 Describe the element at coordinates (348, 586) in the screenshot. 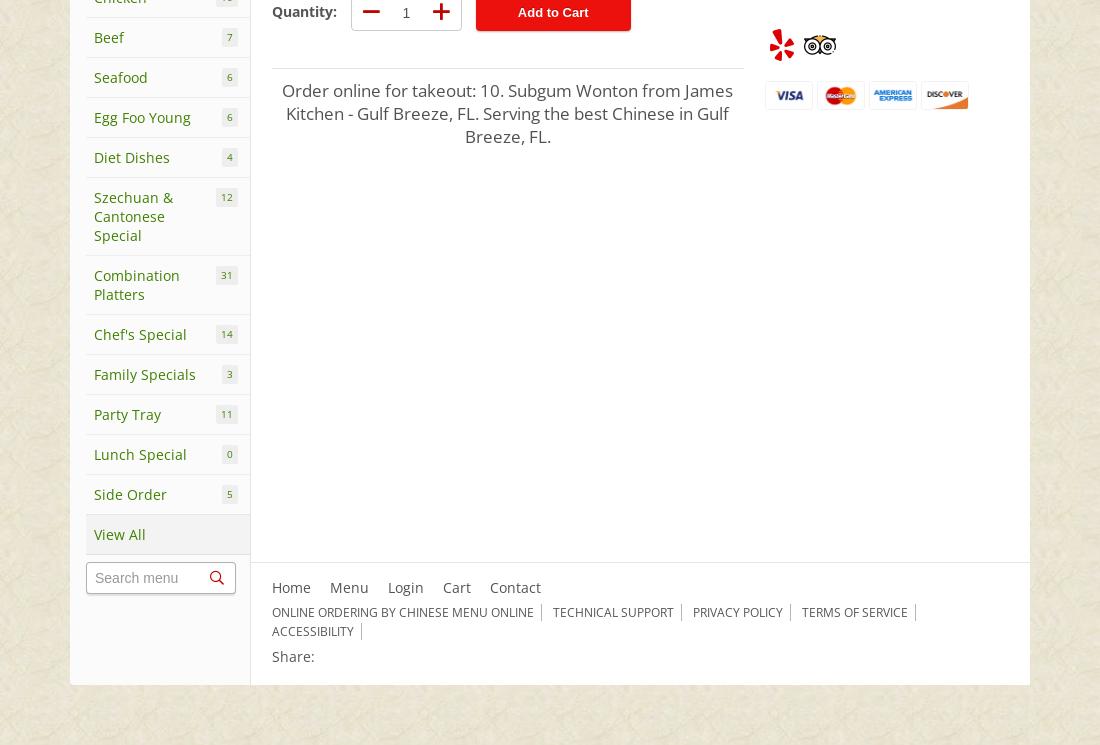

I see `'Menu'` at that location.